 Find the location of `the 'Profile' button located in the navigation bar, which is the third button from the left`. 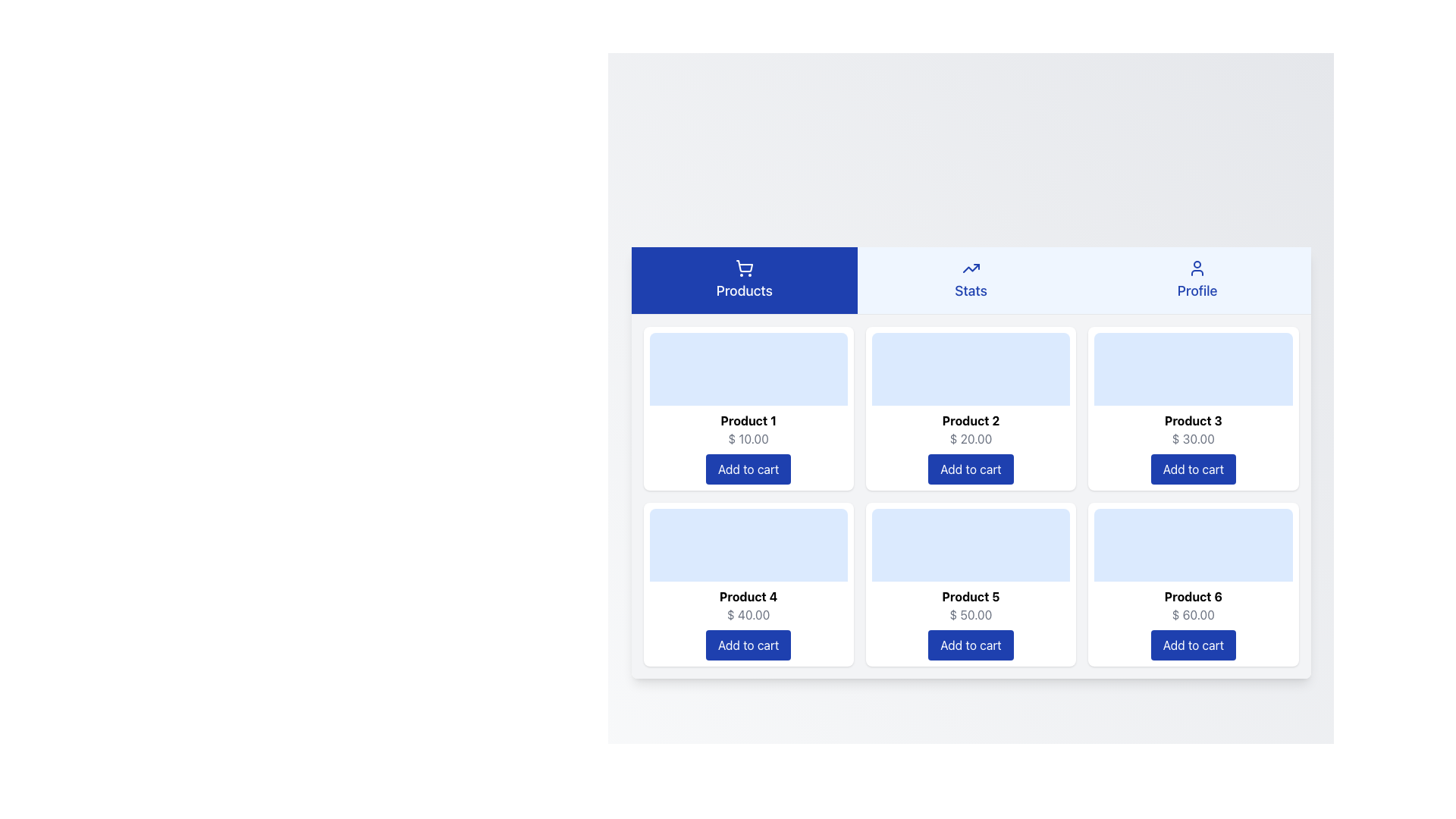

the 'Profile' button located in the navigation bar, which is the third button from the left is located at coordinates (1197, 280).